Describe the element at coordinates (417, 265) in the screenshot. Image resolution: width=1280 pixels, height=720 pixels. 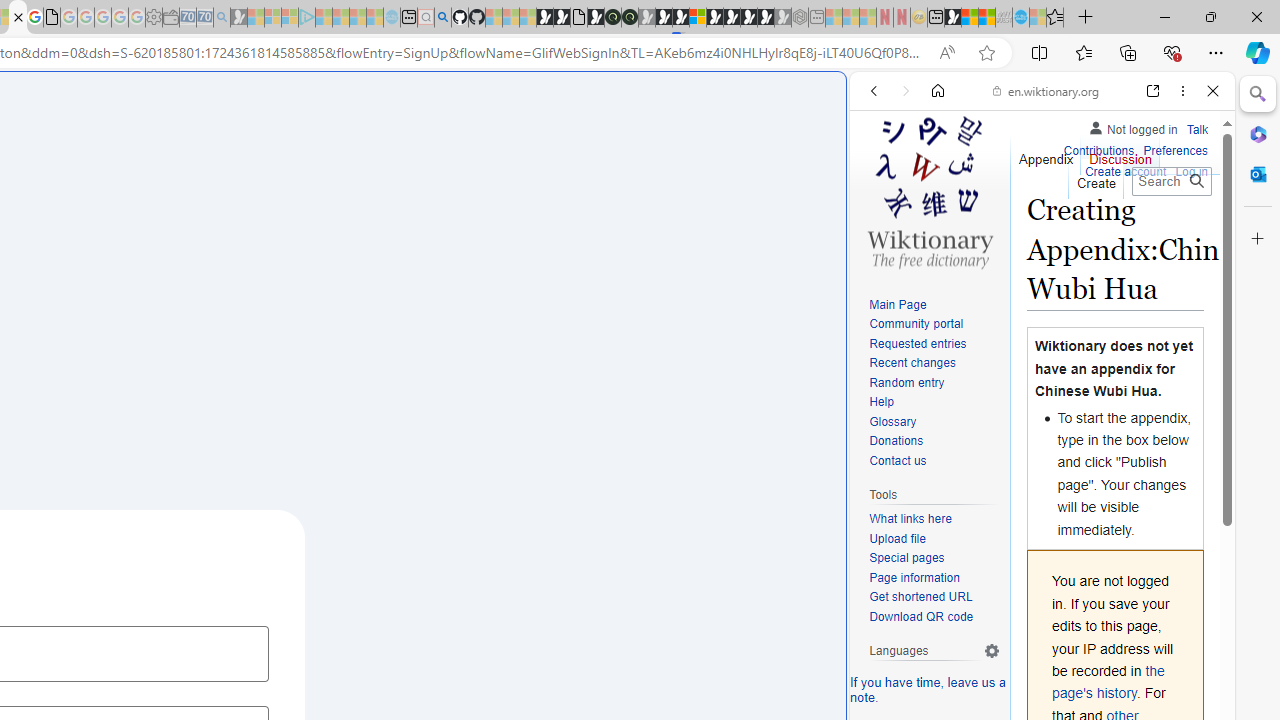
I see `'Frequently visited'` at that location.